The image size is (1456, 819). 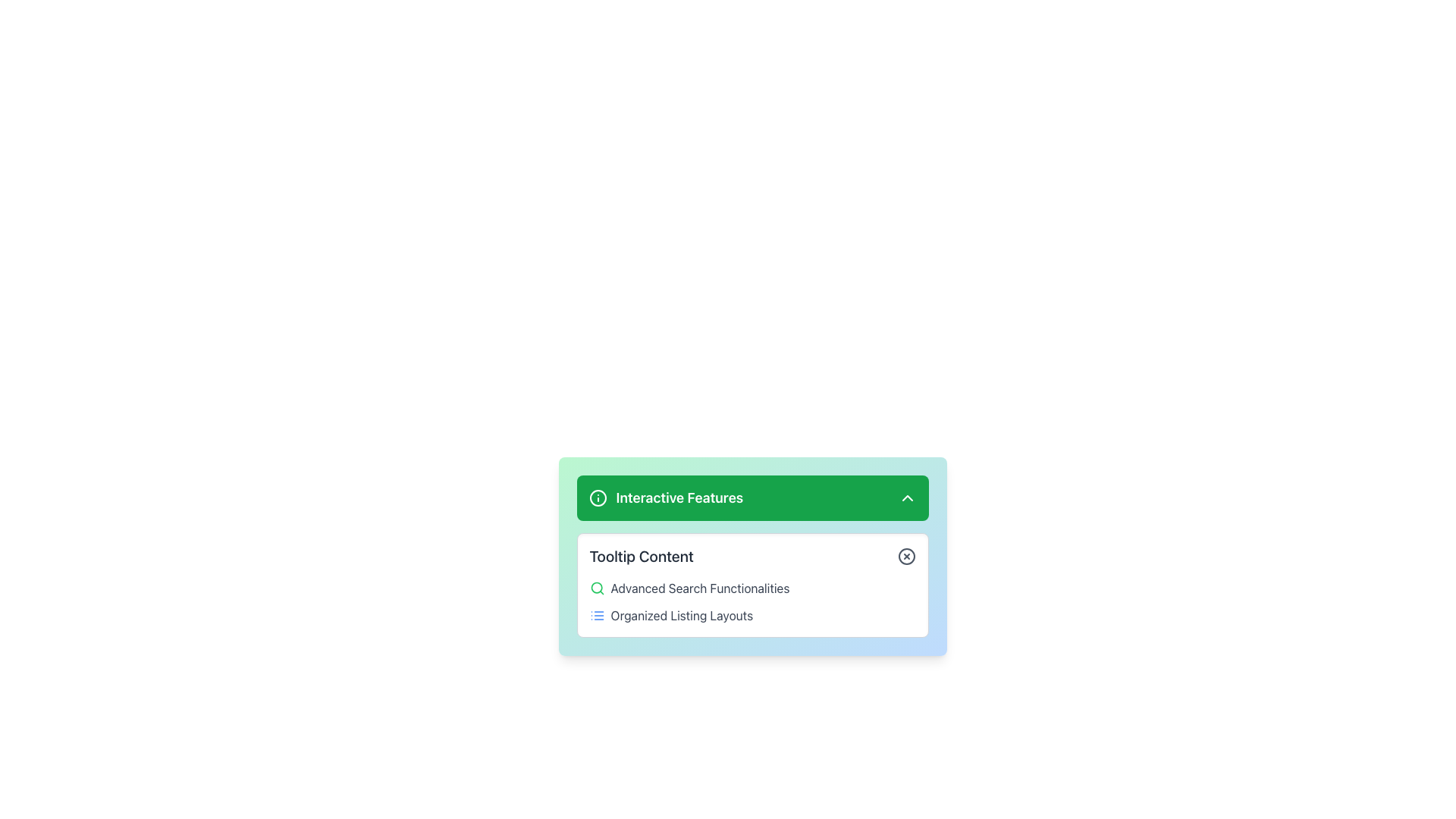 I want to click on the toggle button located at the top-left corner of the card structure, so click(x=752, y=497).